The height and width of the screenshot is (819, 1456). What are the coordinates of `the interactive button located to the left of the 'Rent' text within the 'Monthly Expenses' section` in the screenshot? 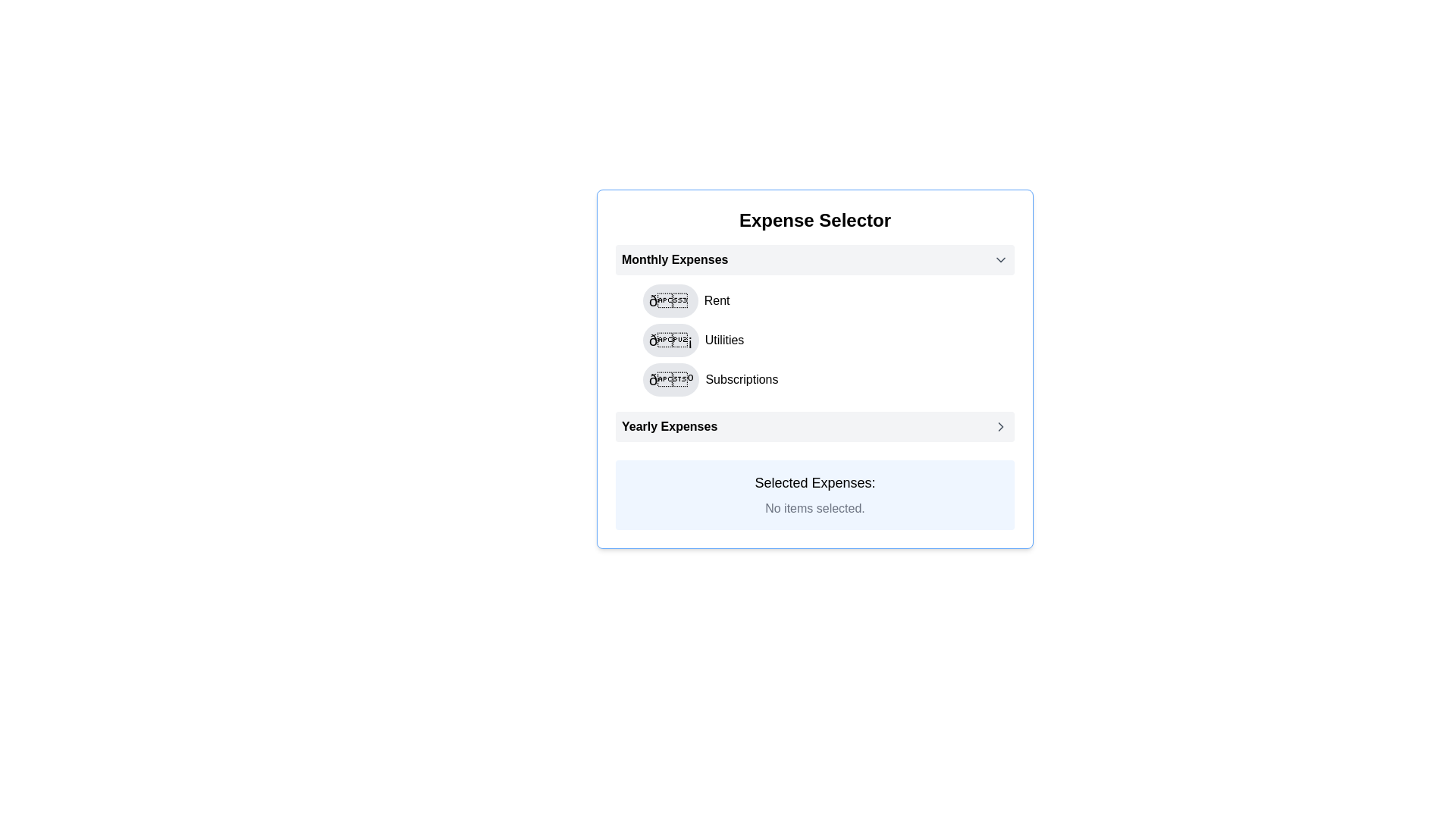 It's located at (669, 301).